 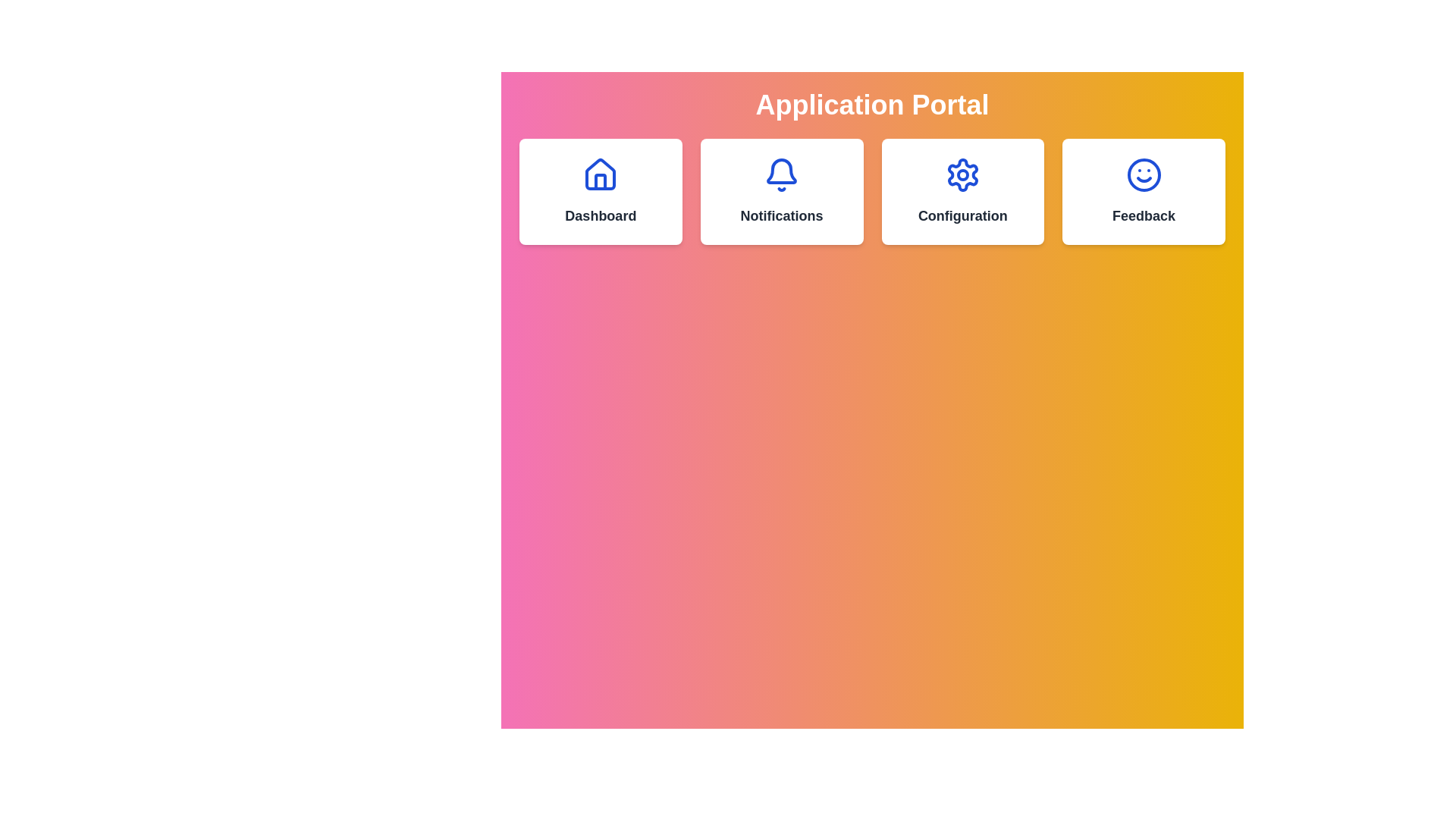 What do you see at coordinates (600, 180) in the screenshot?
I see `the house icon within the 'Dashboard' button located in the top-left section of the interface` at bounding box center [600, 180].